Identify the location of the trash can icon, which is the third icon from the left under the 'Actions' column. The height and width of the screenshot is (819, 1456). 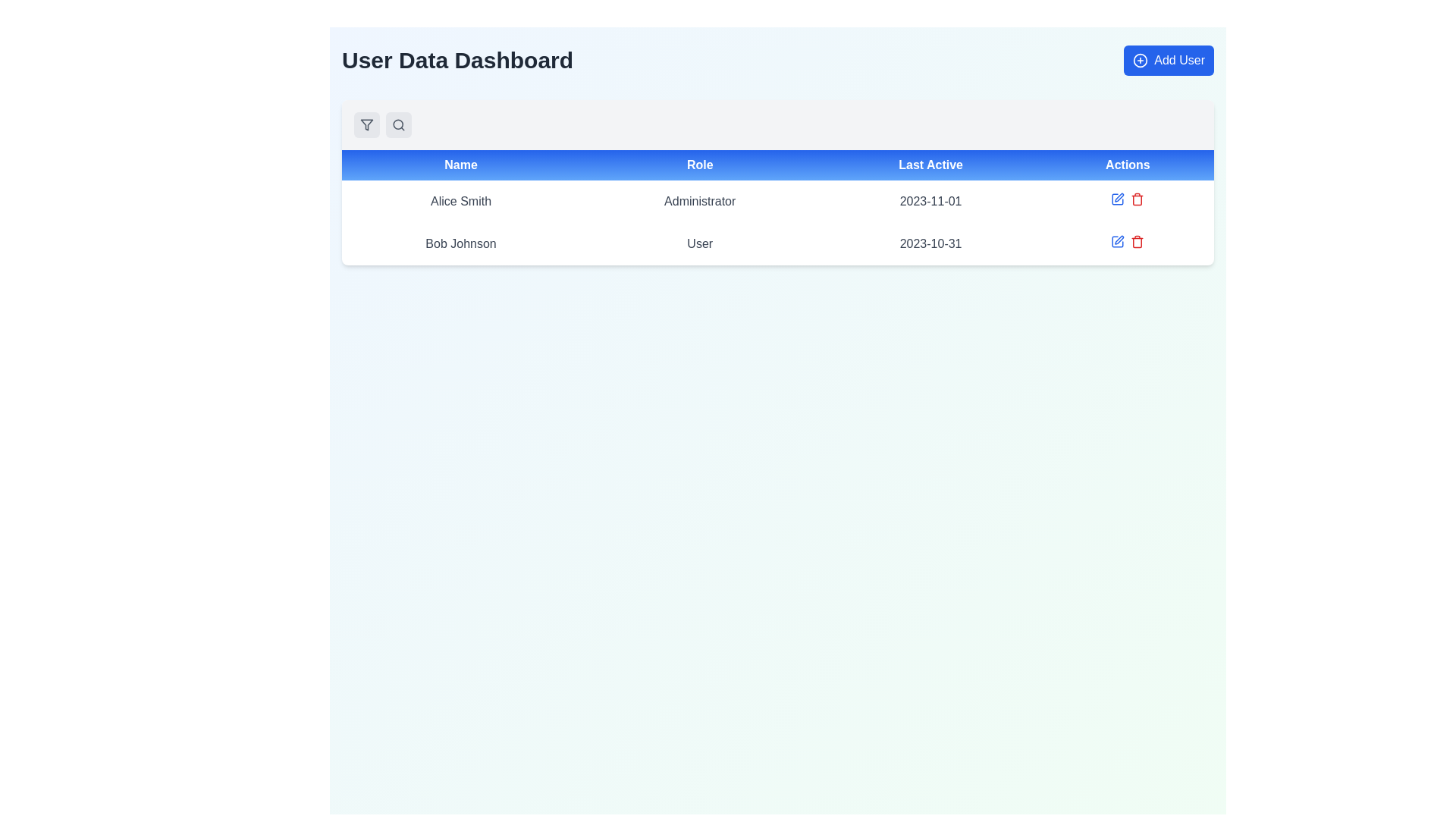
(1137, 198).